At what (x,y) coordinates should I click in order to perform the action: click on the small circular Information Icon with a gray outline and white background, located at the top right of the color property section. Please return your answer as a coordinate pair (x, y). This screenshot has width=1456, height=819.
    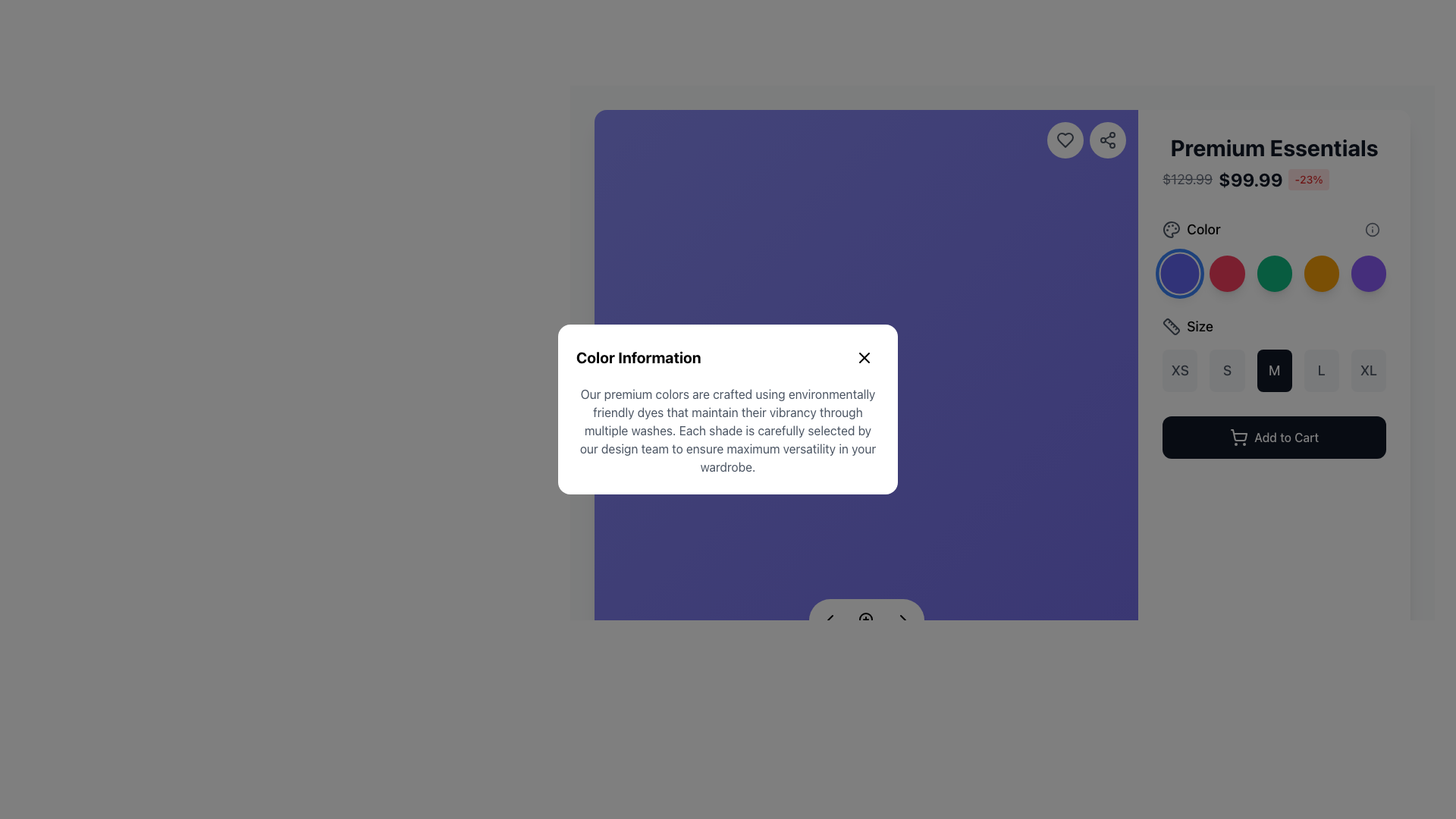
    Looking at the image, I should click on (1372, 230).